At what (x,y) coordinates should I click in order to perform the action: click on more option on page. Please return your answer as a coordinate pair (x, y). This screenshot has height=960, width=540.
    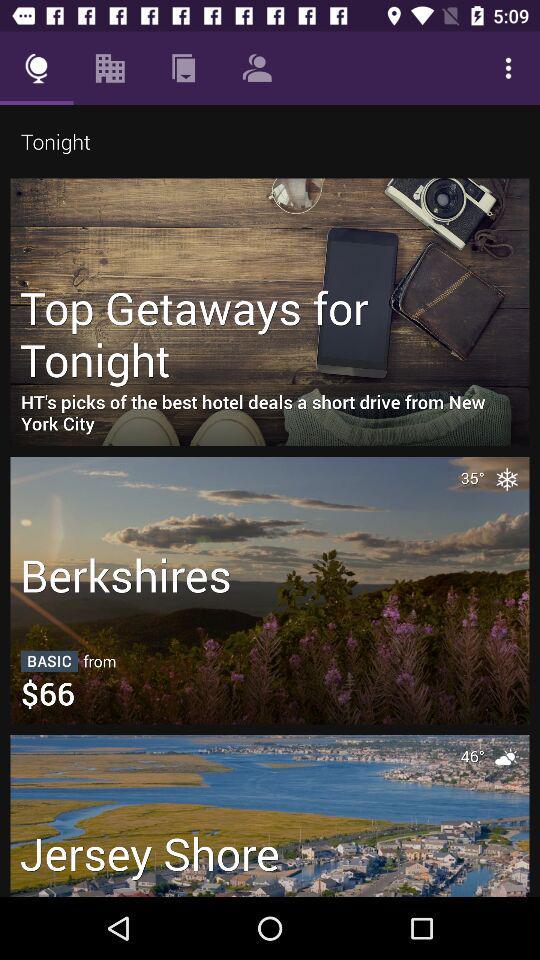
    Looking at the image, I should click on (508, 68).